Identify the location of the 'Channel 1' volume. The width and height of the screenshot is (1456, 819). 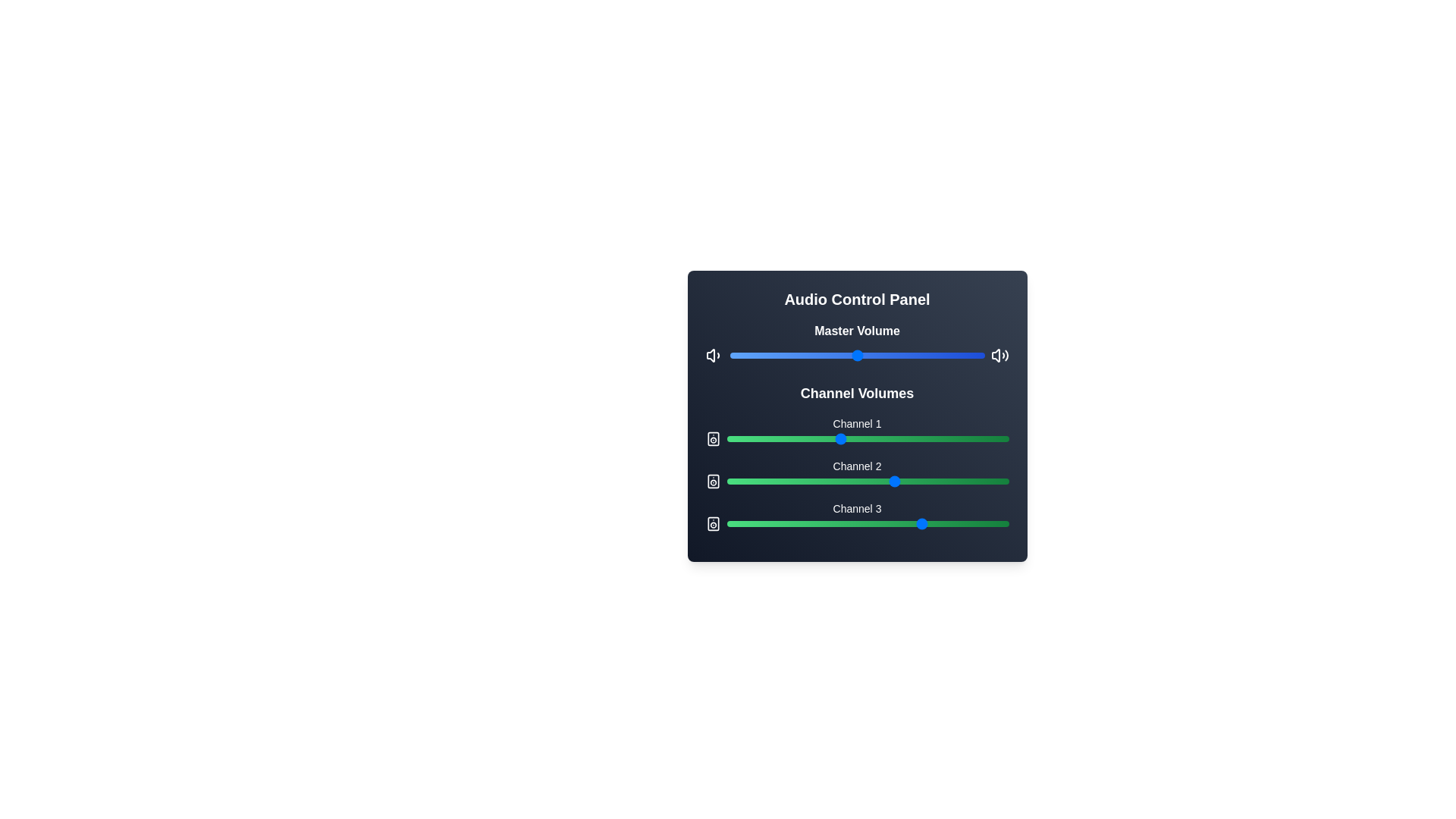
(755, 438).